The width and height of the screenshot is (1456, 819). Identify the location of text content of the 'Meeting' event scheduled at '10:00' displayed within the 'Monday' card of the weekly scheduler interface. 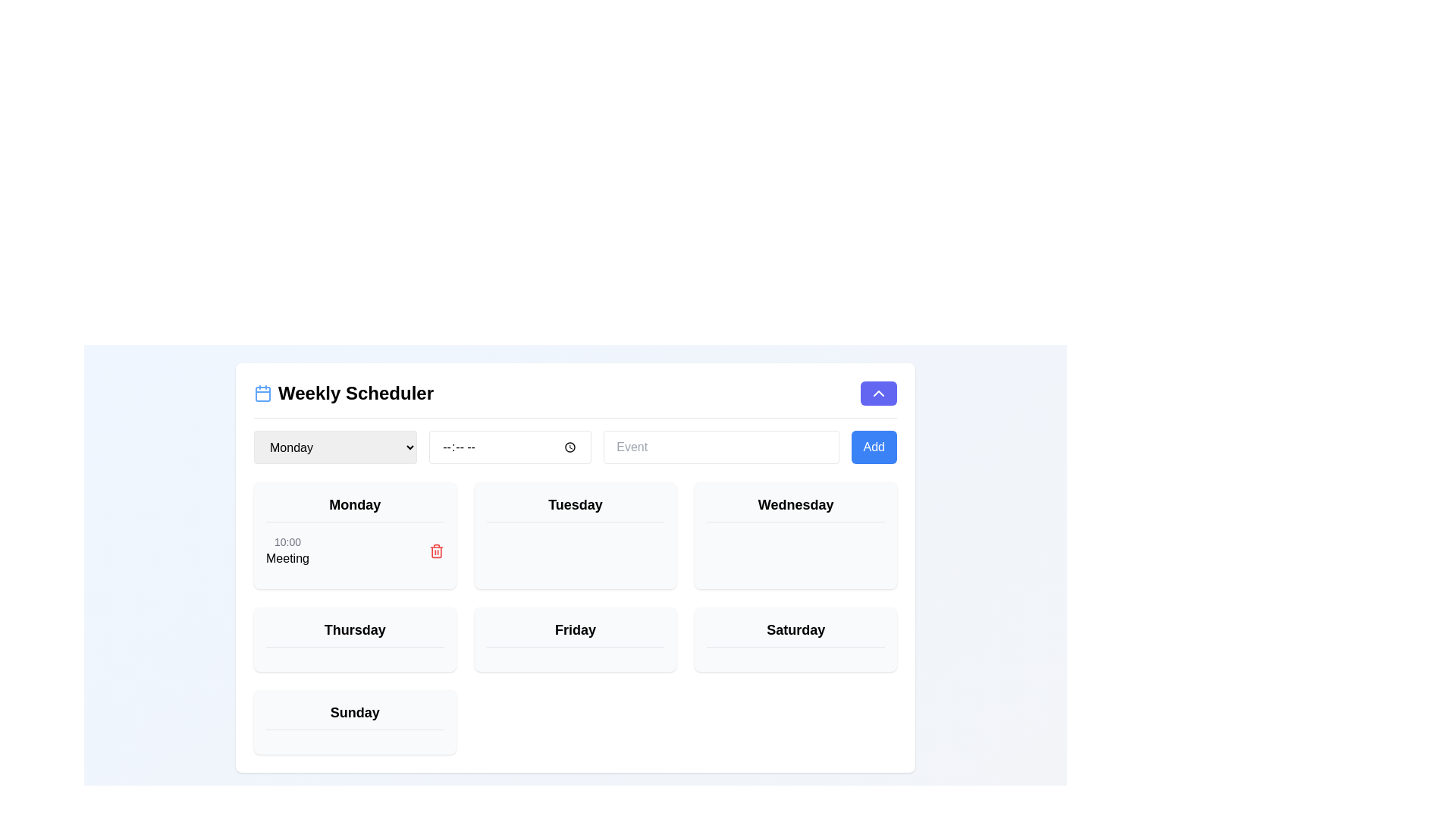
(287, 551).